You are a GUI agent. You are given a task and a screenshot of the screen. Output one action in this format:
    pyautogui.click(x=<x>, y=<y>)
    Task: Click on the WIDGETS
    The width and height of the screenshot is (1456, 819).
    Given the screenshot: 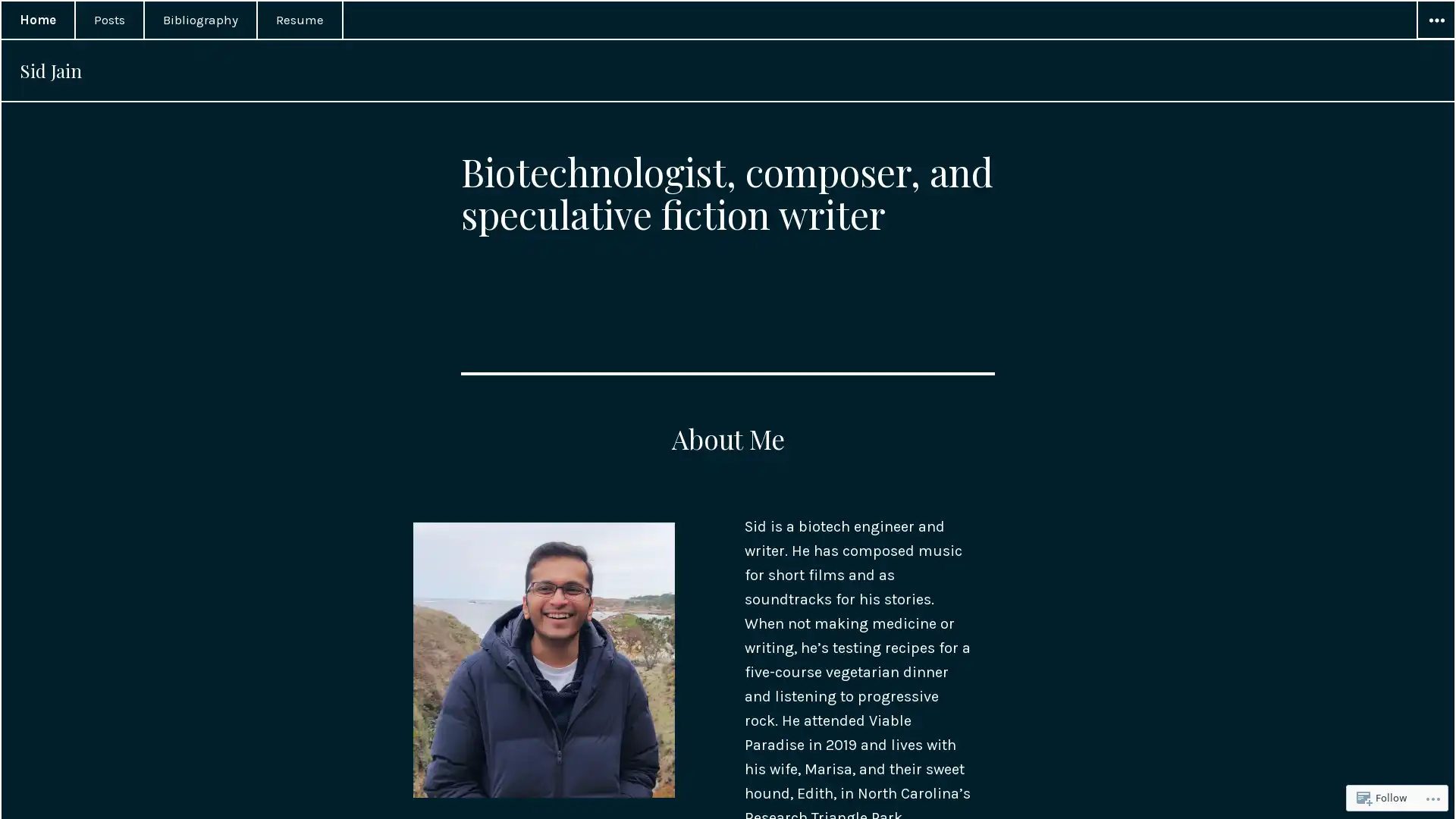 What is the action you would take?
    pyautogui.click(x=1434, y=20)
    